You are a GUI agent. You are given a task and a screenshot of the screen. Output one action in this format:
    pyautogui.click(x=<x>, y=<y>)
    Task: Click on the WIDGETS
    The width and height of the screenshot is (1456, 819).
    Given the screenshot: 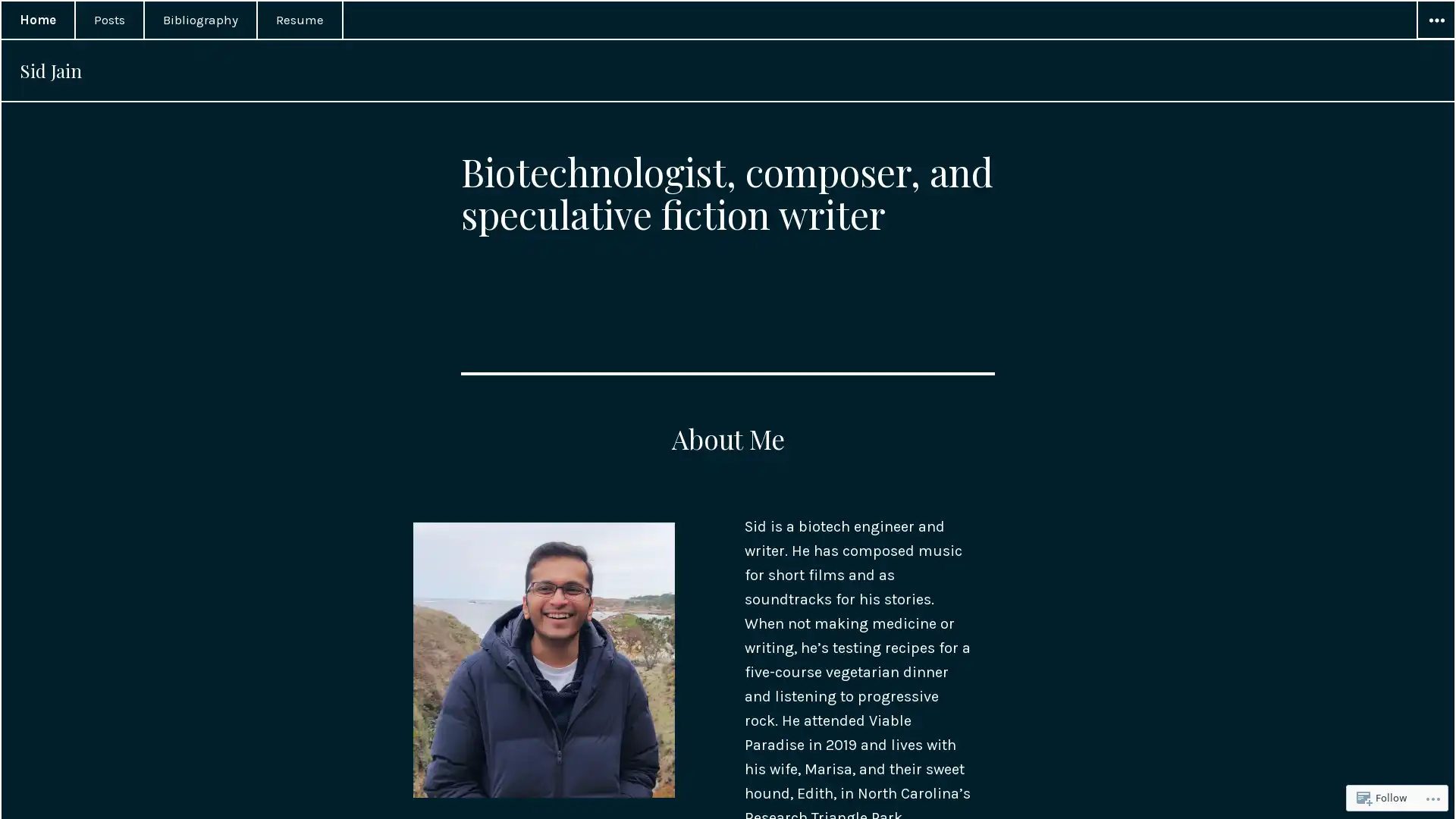 What is the action you would take?
    pyautogui.click(x=1434, y=20)
    